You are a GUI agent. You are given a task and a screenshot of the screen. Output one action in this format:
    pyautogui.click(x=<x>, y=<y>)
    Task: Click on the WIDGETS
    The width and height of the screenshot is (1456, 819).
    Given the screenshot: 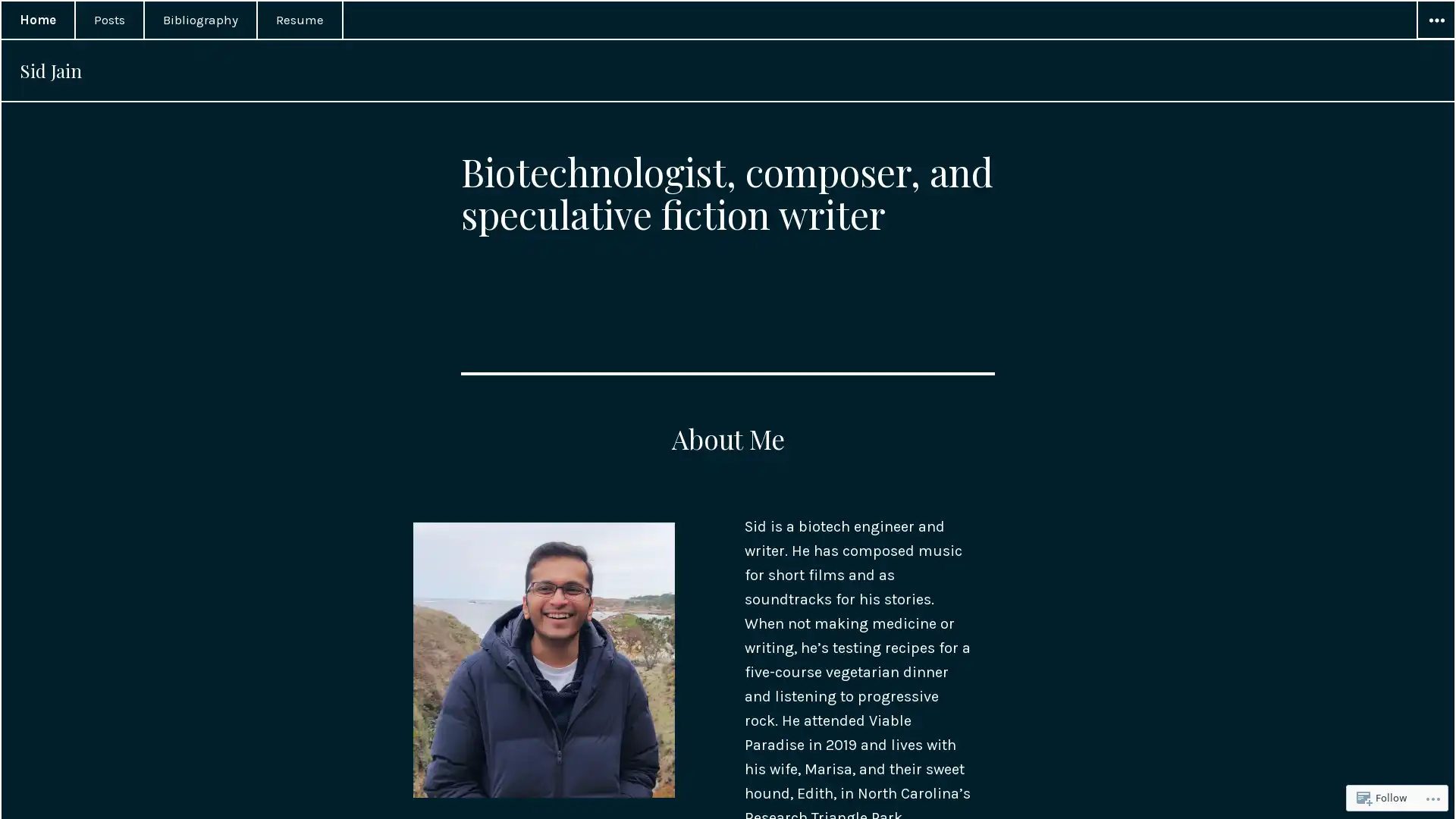 What is the action you would take?
    pyautogui.click(x=1434, y=20)
    